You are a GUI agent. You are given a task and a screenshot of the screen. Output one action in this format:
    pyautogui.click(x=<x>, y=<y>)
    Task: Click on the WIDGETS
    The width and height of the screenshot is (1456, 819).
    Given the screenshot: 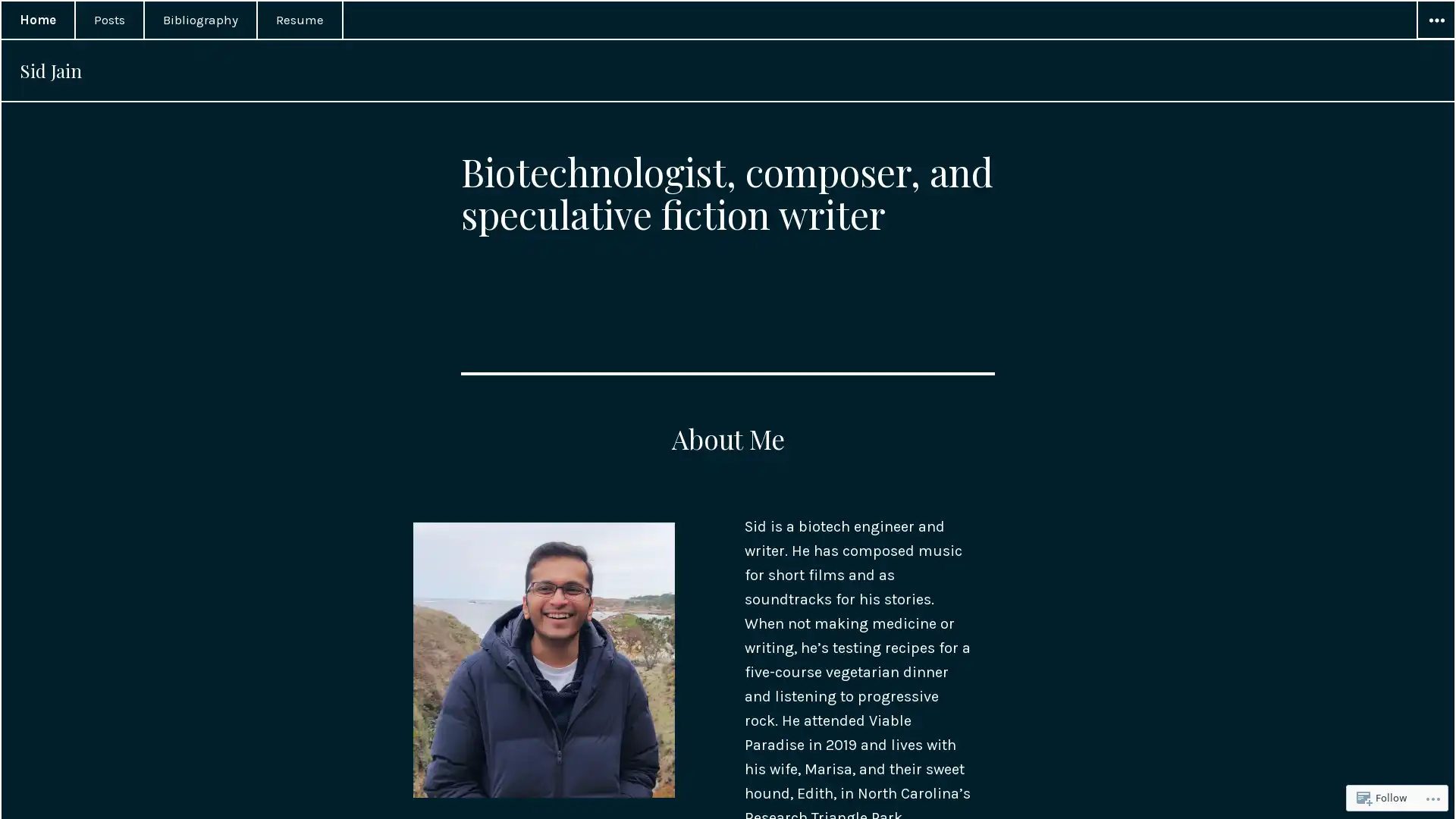 What is the action you would take?
    pyautogui.click(x=1434, y=20)
    